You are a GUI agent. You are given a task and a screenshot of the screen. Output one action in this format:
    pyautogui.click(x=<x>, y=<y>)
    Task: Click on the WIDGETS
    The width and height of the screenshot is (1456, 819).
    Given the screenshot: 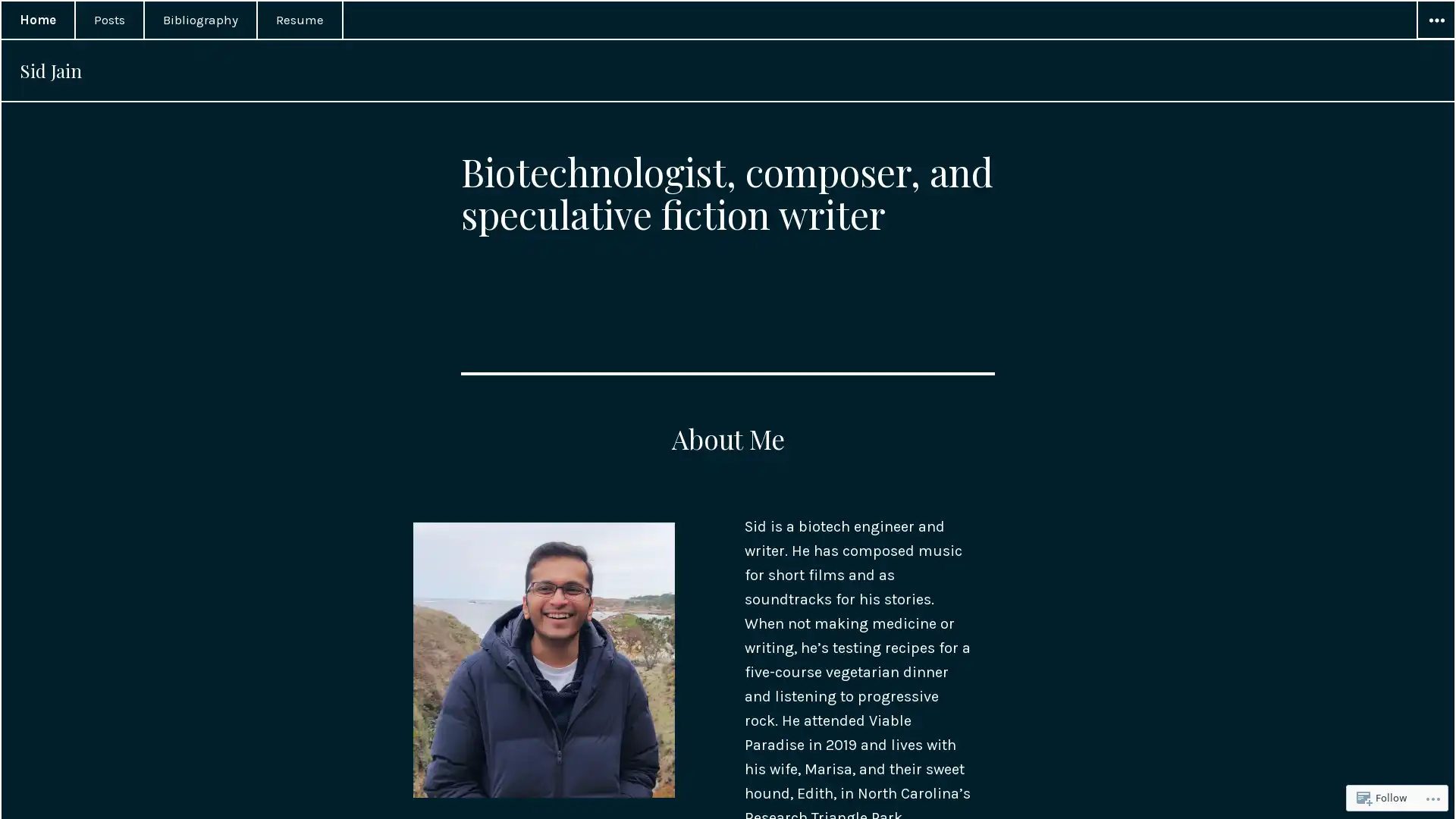 What is the action you would take?
    pyautogui.click(x=1434, y=20)
    